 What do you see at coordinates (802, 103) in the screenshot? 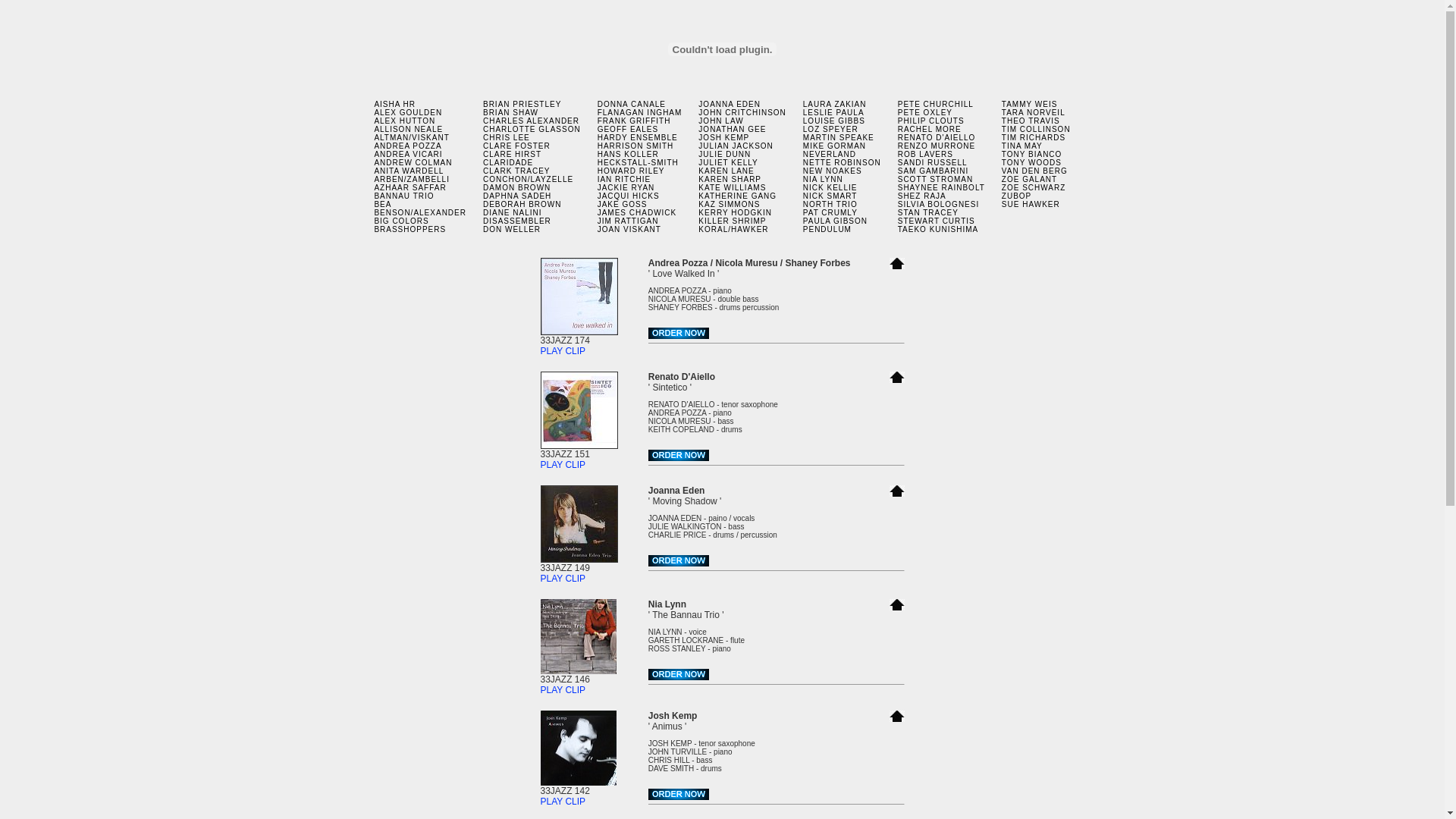
I see `'LAURA ZAKIAN'` at bounding box center [802, 103].